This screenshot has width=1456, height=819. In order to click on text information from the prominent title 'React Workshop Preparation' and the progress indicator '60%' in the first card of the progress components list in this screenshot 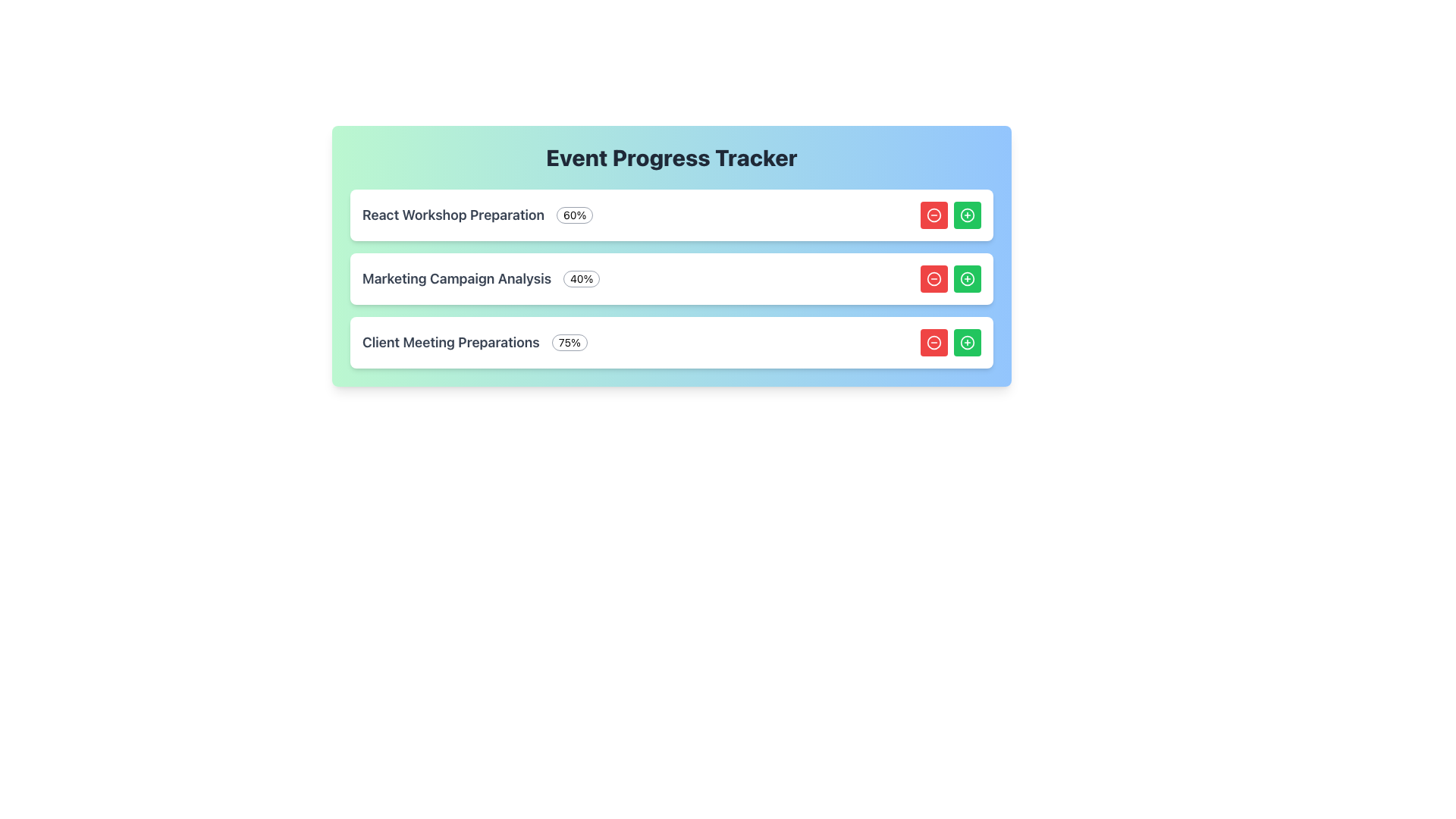, I will do `click(477, 215)`.